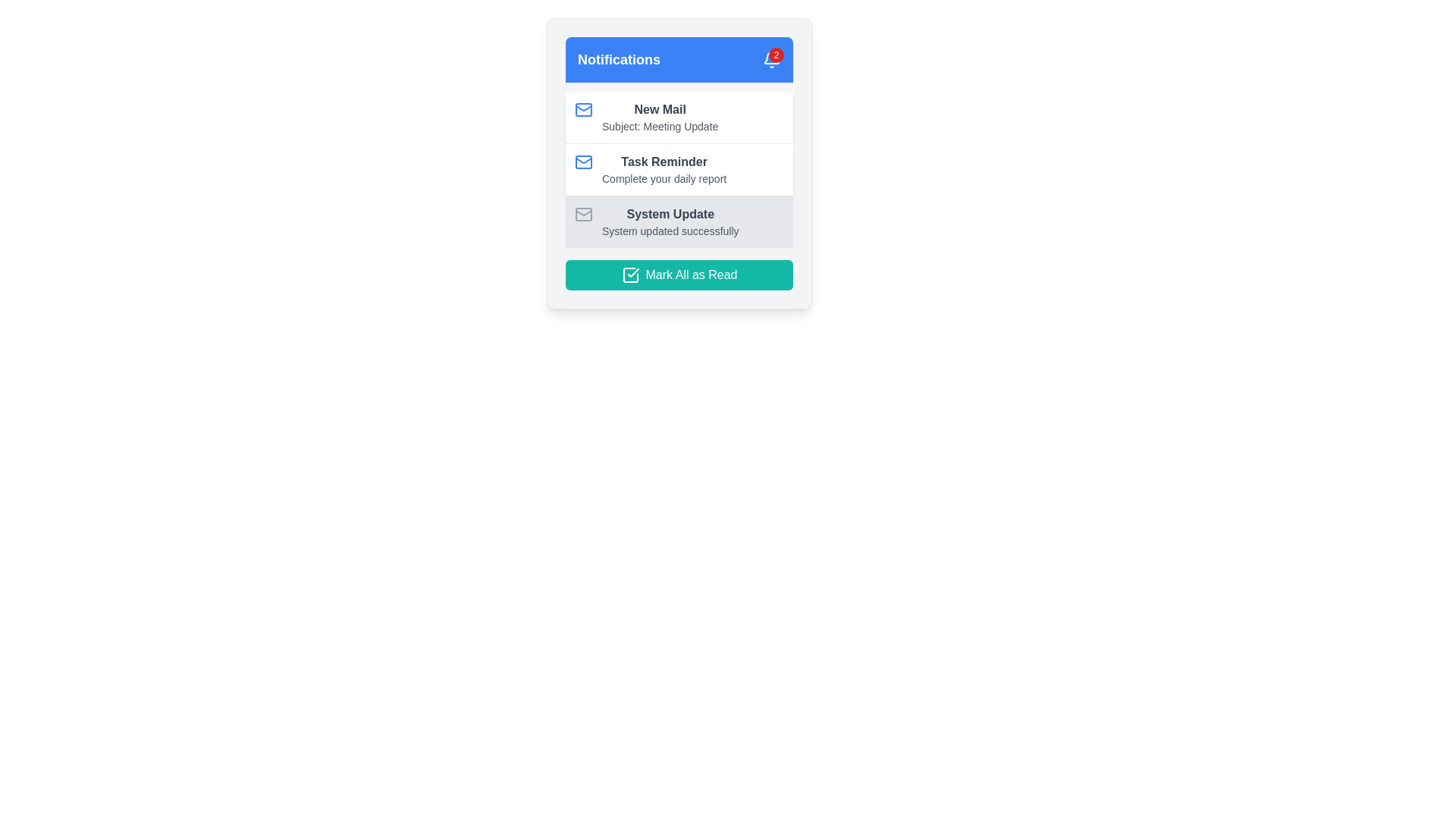 This screenshot has width=1456, height=819. I want to click on the Notification item that has a white background with the text 'Task Reminder' in bold dark gray and 'Complete your daily report' in smaller light gray, accompanied by a blue-tinted envelope icon, so click(679, 169).